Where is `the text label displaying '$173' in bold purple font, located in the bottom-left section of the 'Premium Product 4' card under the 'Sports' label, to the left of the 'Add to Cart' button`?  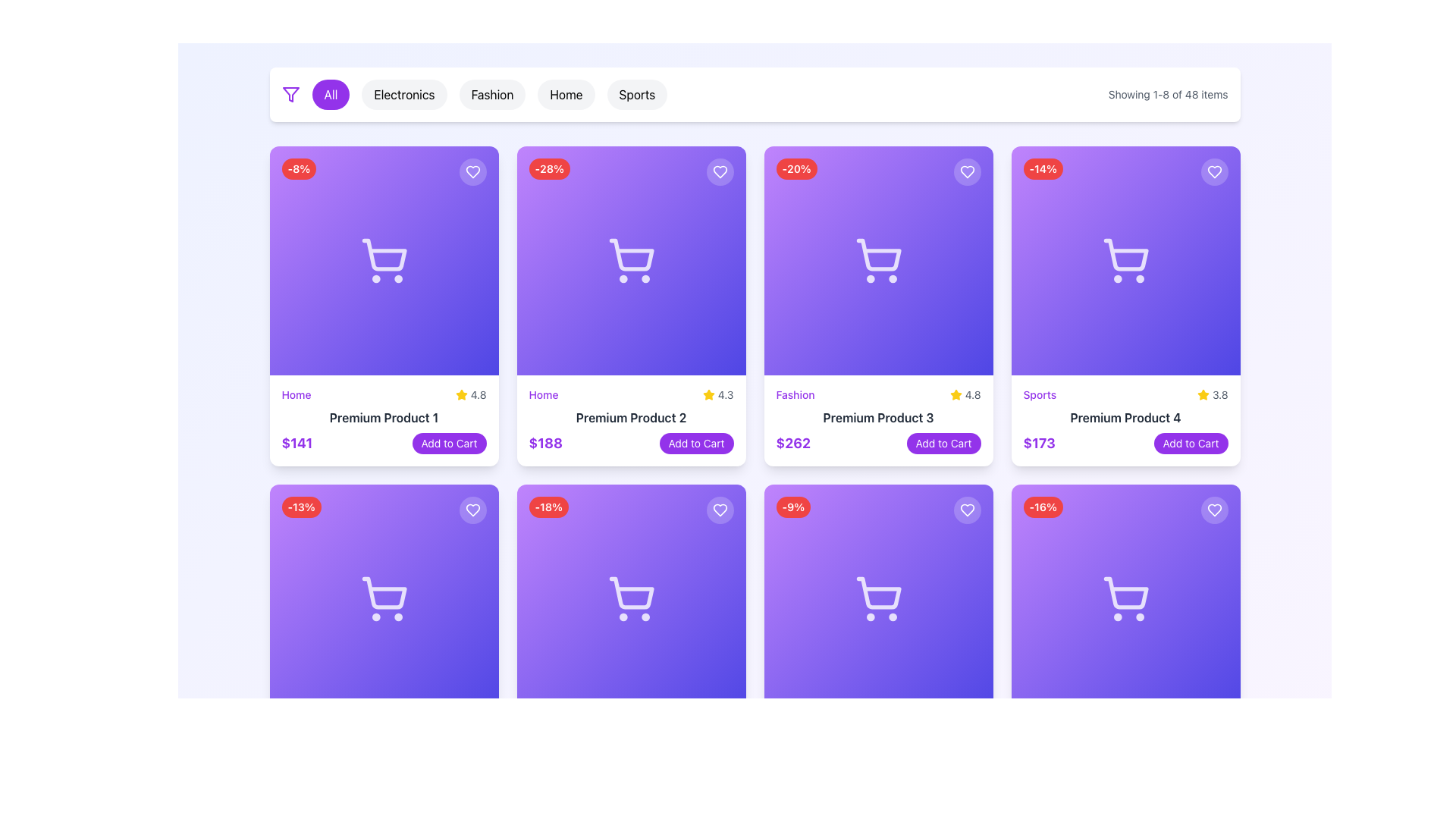 the text label displaying '$173' in bold purple font, located in the bottom-left section of the 'Premium Product 4' card under the 'Sports' label, to the left of the 'Add to Cart' button is located at coordinates (1038, 444).